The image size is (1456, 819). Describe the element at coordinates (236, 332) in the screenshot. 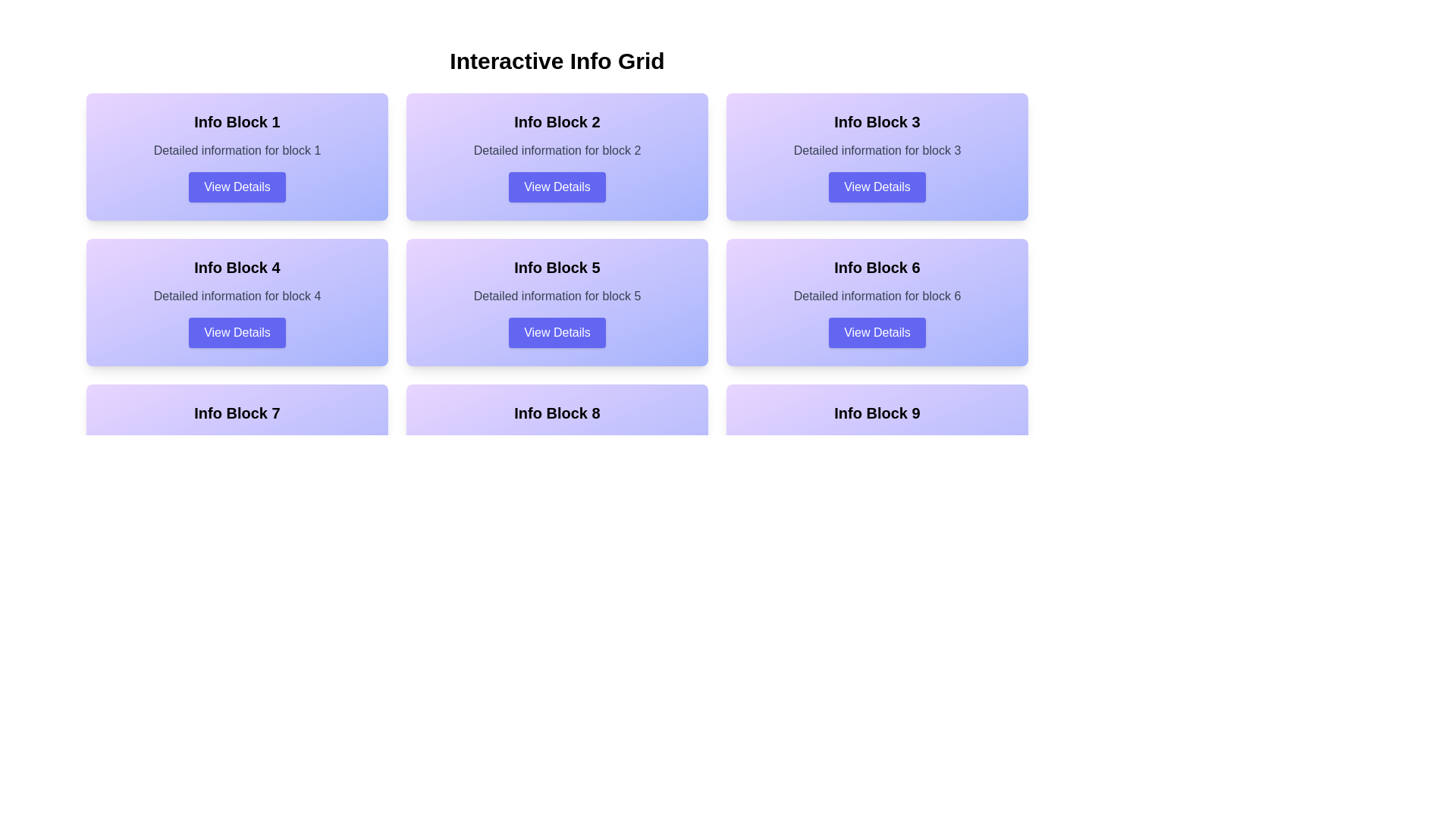

I see `the 'View Details' button with an indigo gradient background, located in 'Info Block 4'` at that location.